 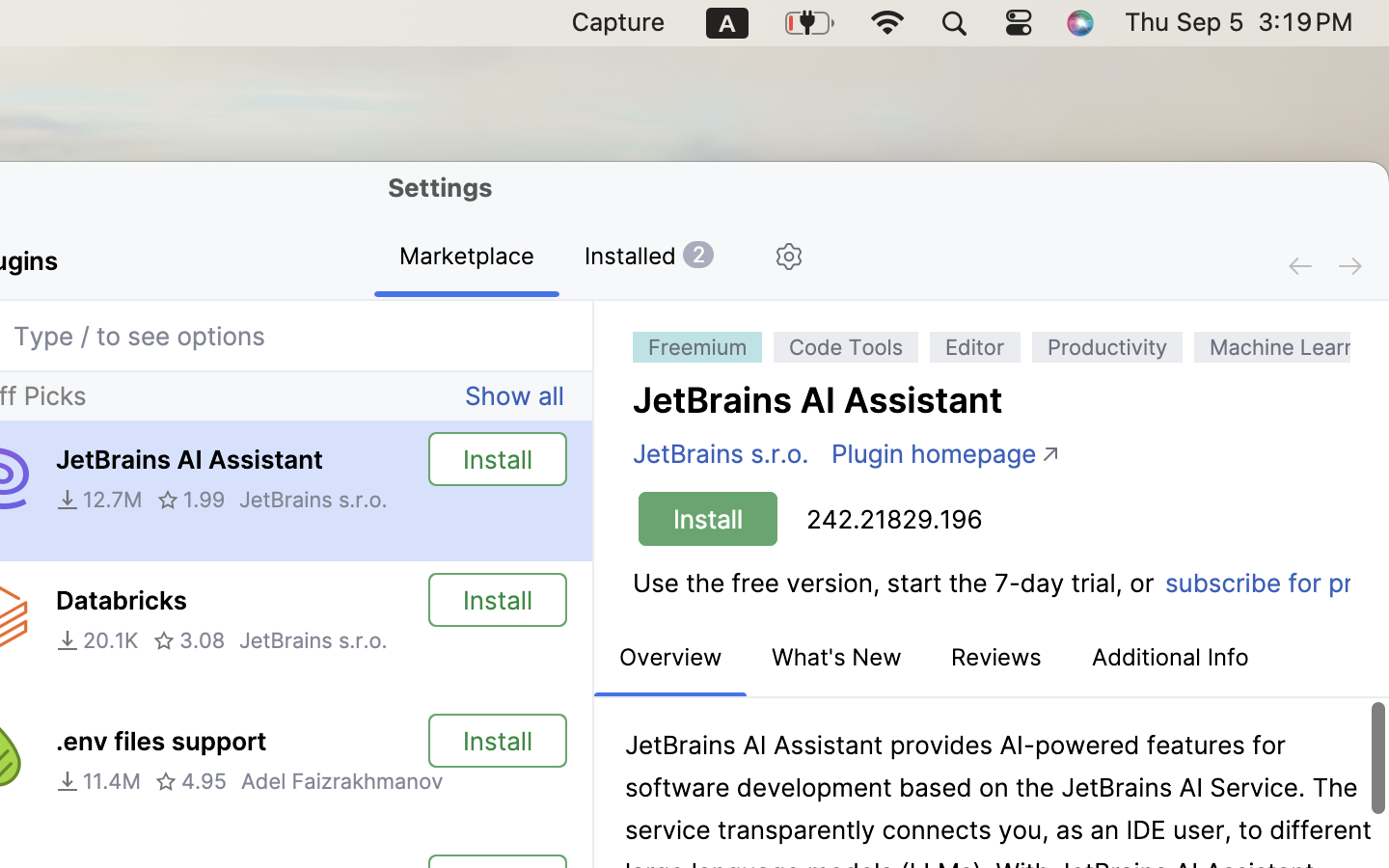 I want to click on 'Settings', so click(x=441, y=187).